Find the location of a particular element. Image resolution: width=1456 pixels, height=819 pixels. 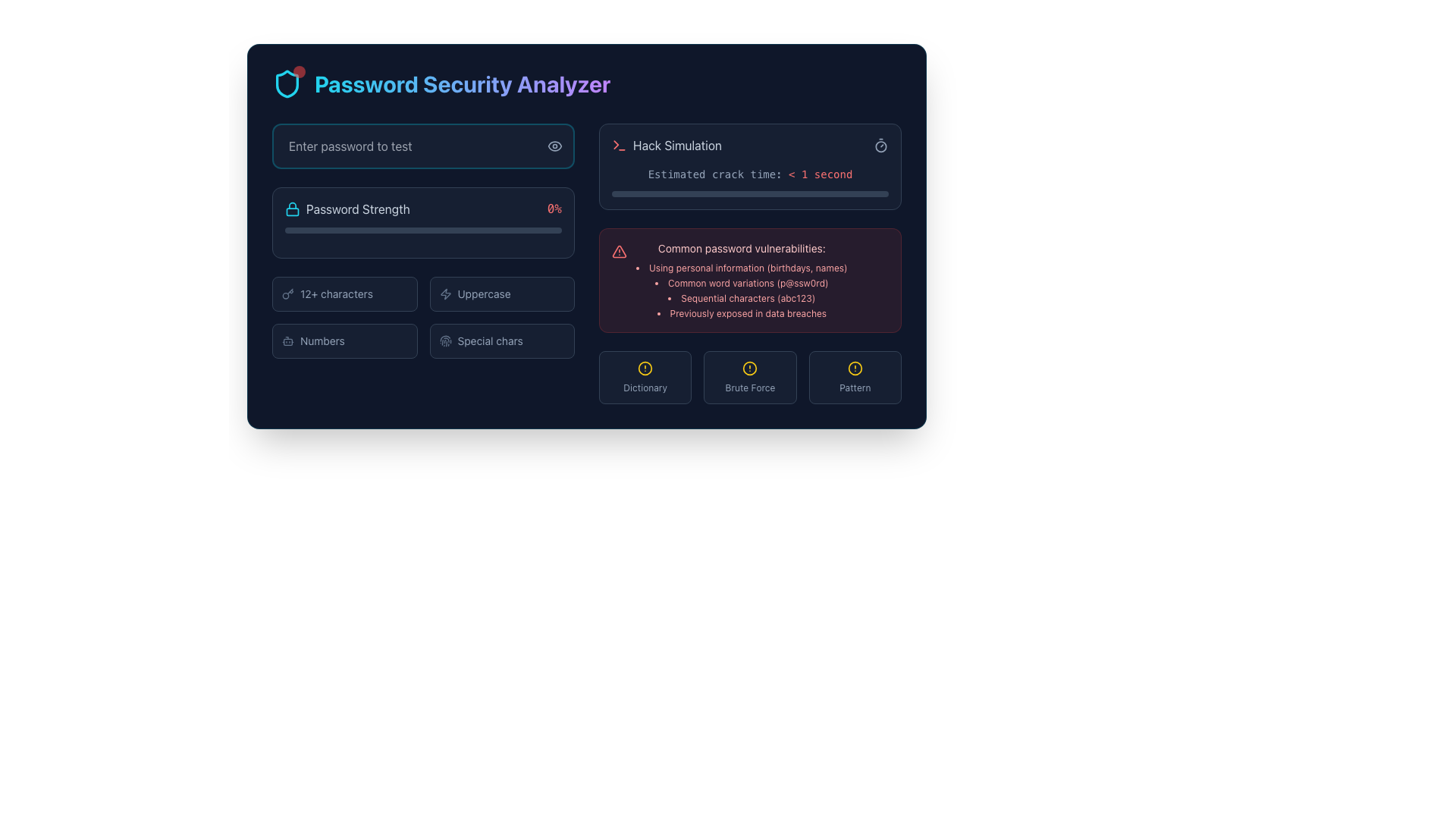

the Label or Section Heading for hacking simulation metrics located in the upper right quadrant of the interface, above the 'Estimated crack time' section and to the left of the clock icon is located at coordinates (667, 146).